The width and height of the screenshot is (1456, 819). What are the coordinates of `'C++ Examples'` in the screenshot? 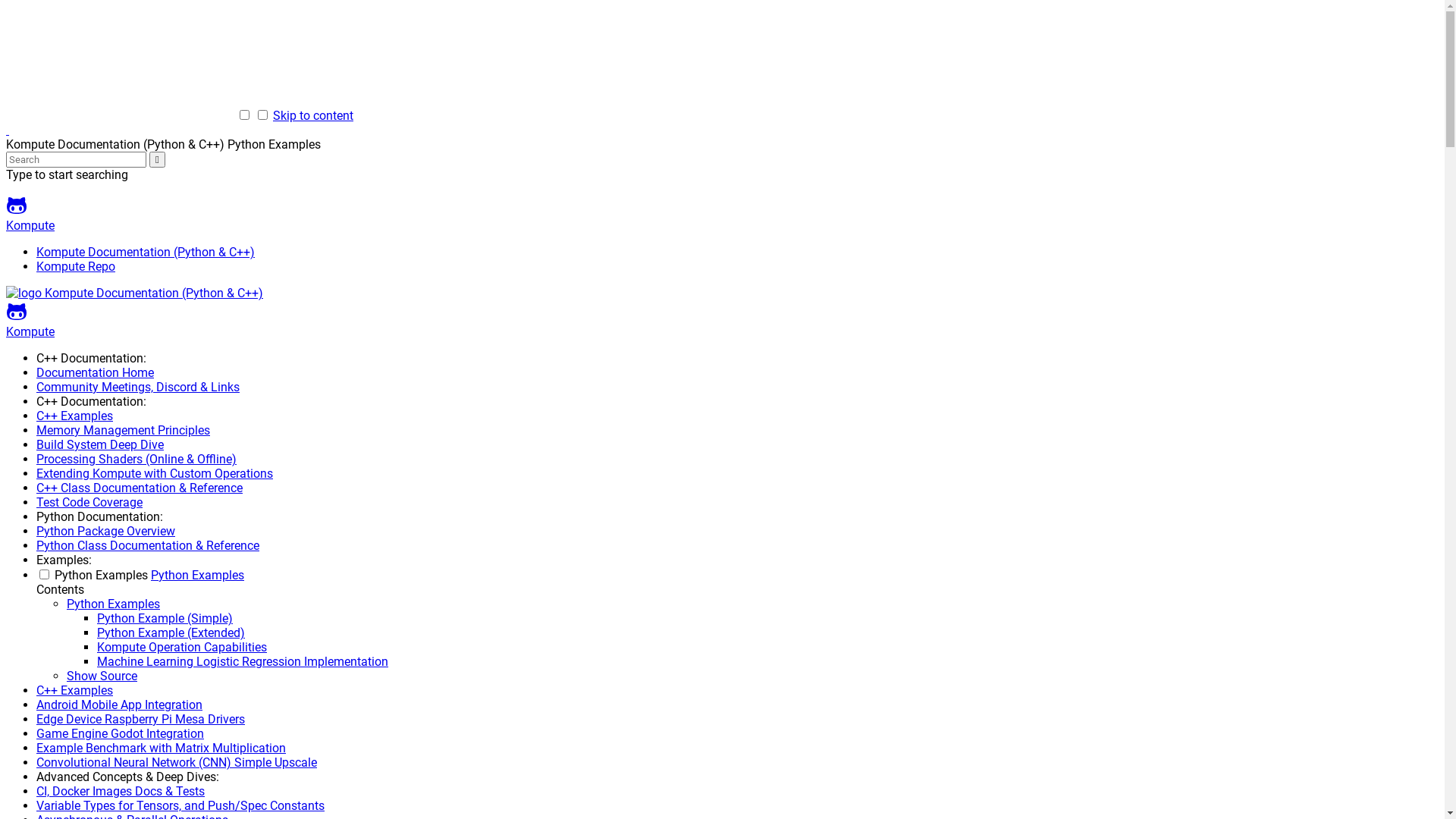 It's located at (74, 690).